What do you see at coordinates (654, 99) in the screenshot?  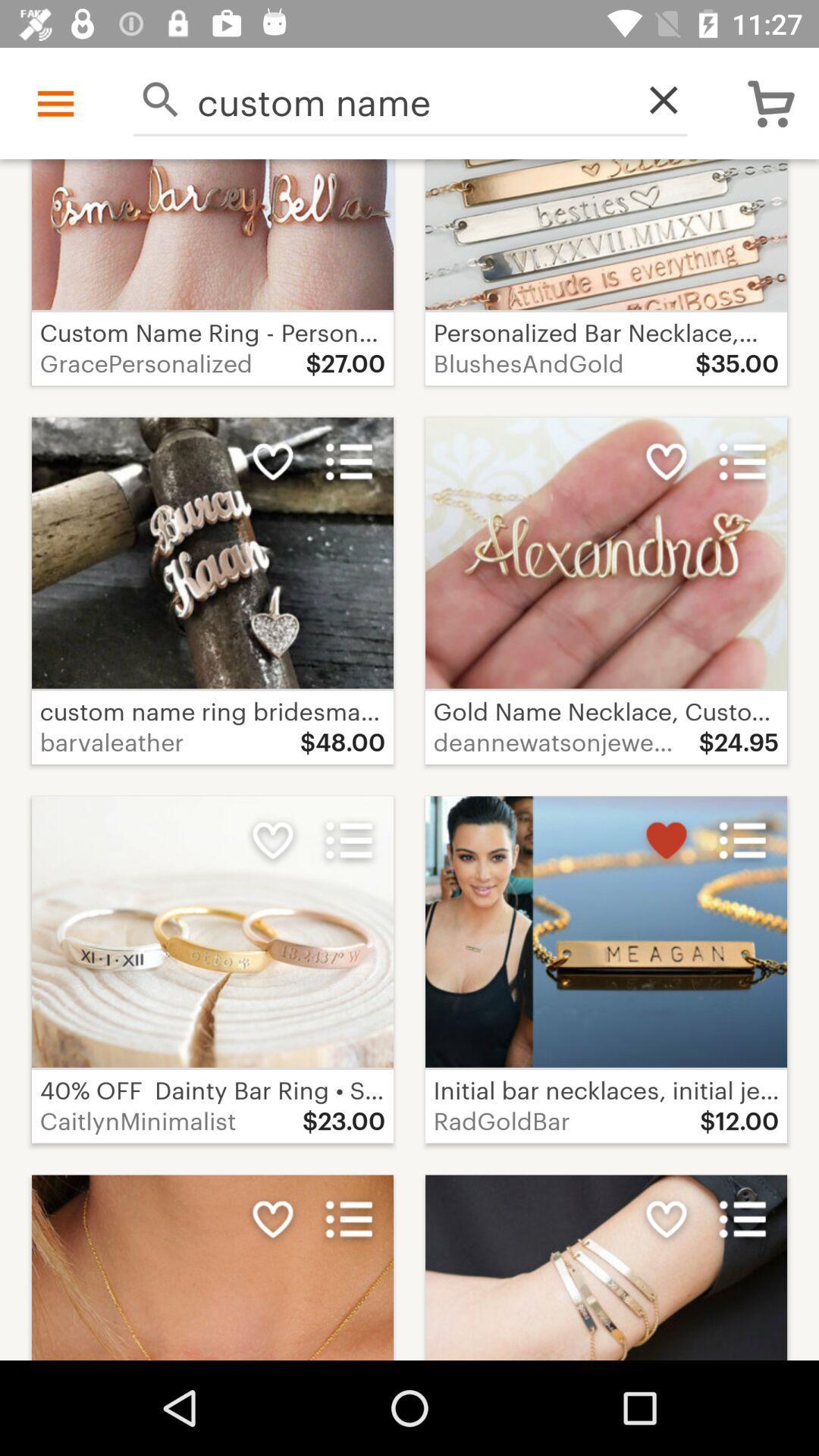 I see `the icon to the right of custom name` at bounding box center [654, 99].